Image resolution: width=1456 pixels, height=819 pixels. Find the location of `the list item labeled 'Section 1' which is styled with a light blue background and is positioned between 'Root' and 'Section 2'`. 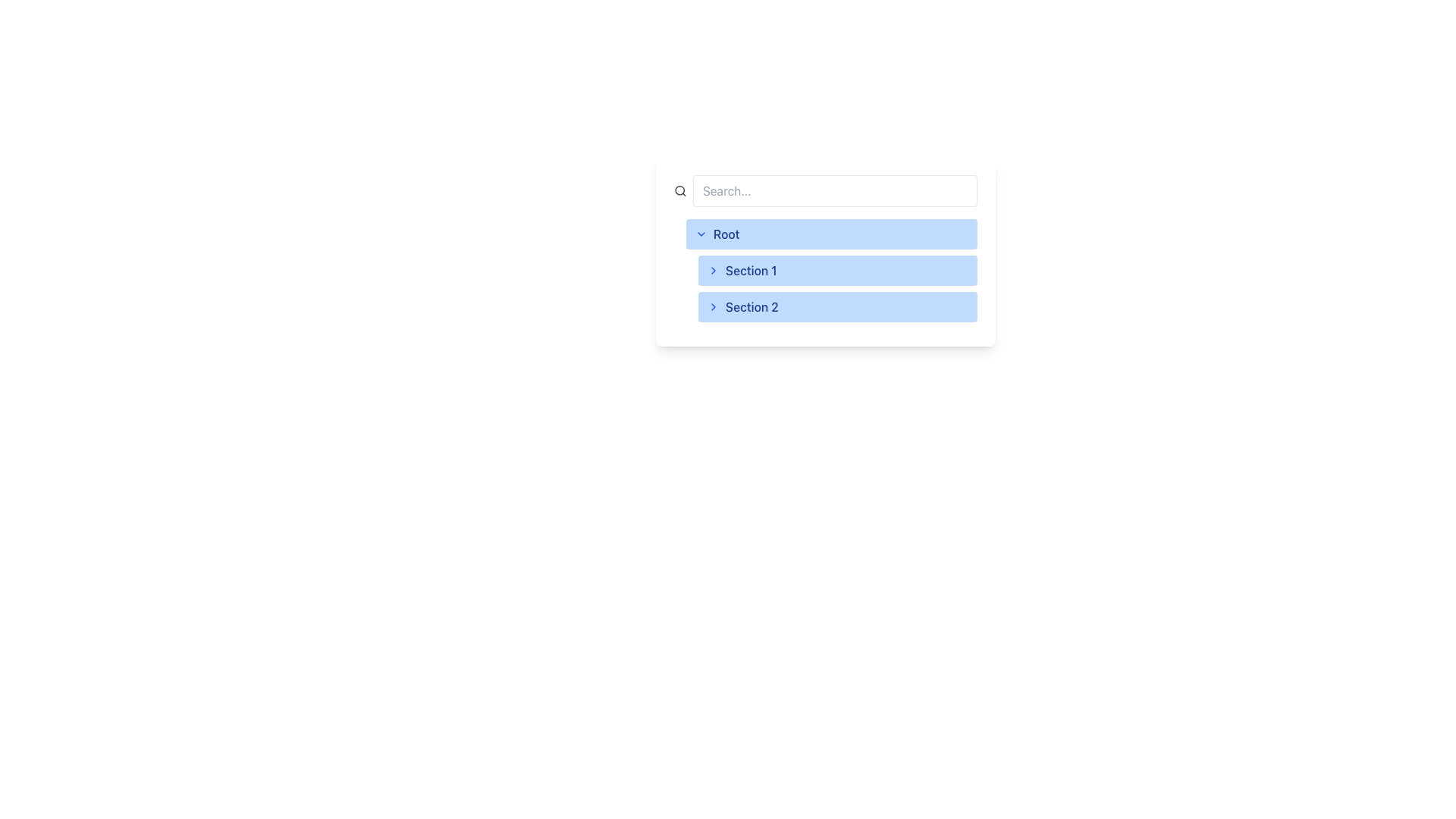

the list item labeled 'Section 1' which is styled with a light blue background and is positioned between 'Root' and 'Section 2' is located at coordinates (831, 270).